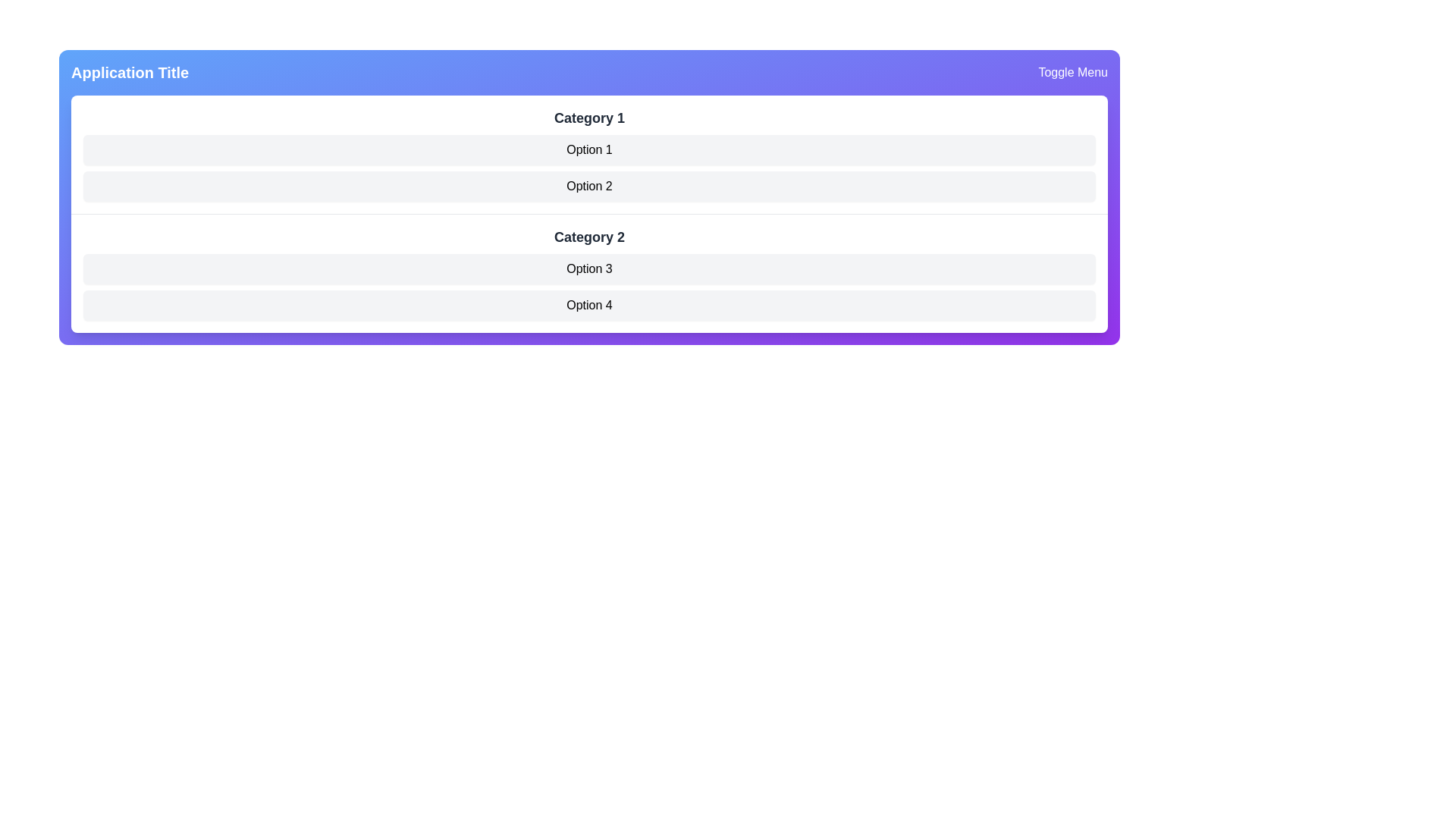 Image resolution: width=1456 pixels, height=819 pixels. Describe the element at coordinates (588, 305) in the screenshot. I see `the button labeled 'Option 4' with rounded corners located in the 'Category 2' section` at that location.